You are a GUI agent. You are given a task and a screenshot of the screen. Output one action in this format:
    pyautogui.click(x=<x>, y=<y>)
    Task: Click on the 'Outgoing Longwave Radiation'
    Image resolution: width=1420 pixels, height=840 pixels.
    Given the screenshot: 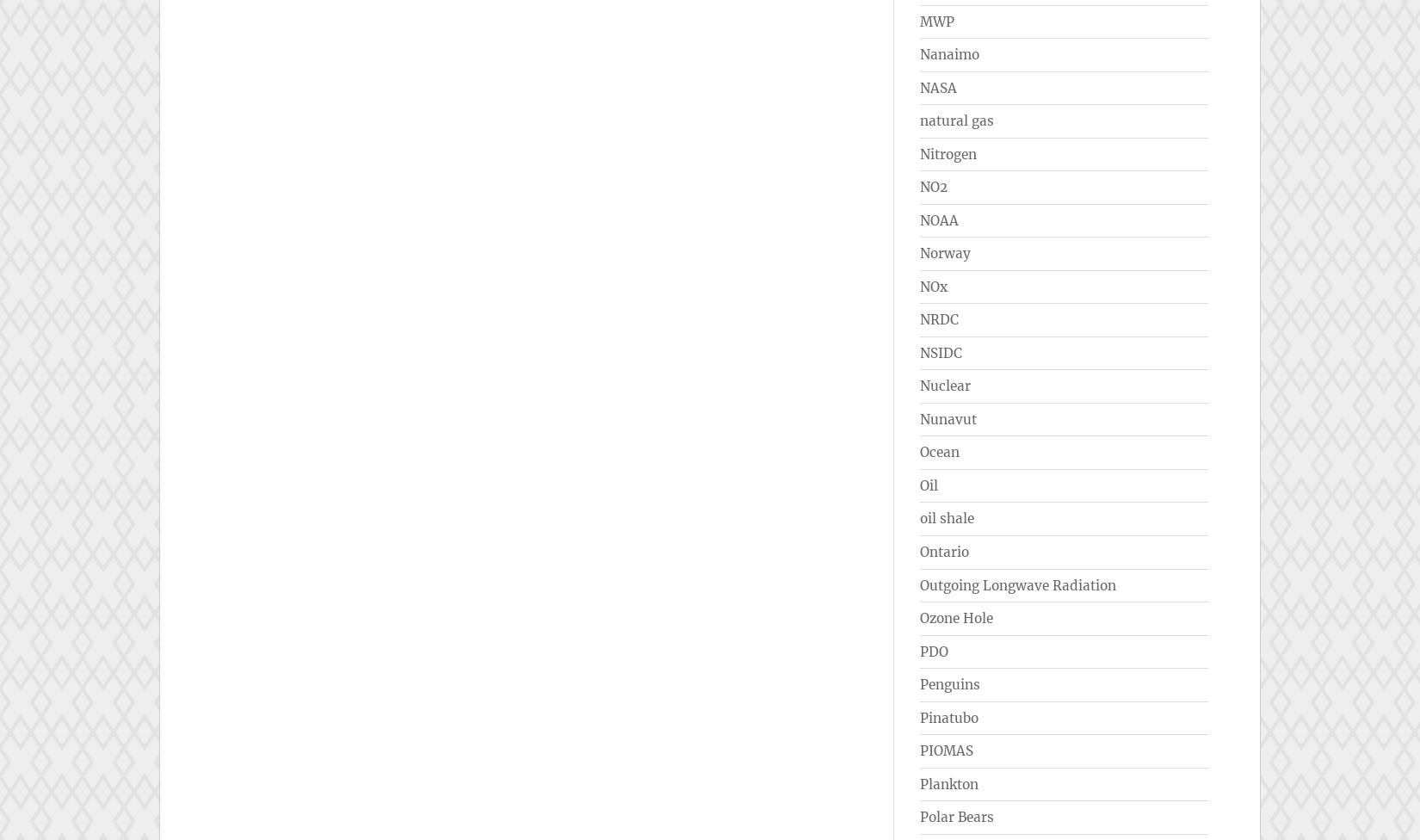 What is the action you would take?
    pyautogui.click(x=1018, y=584)
    